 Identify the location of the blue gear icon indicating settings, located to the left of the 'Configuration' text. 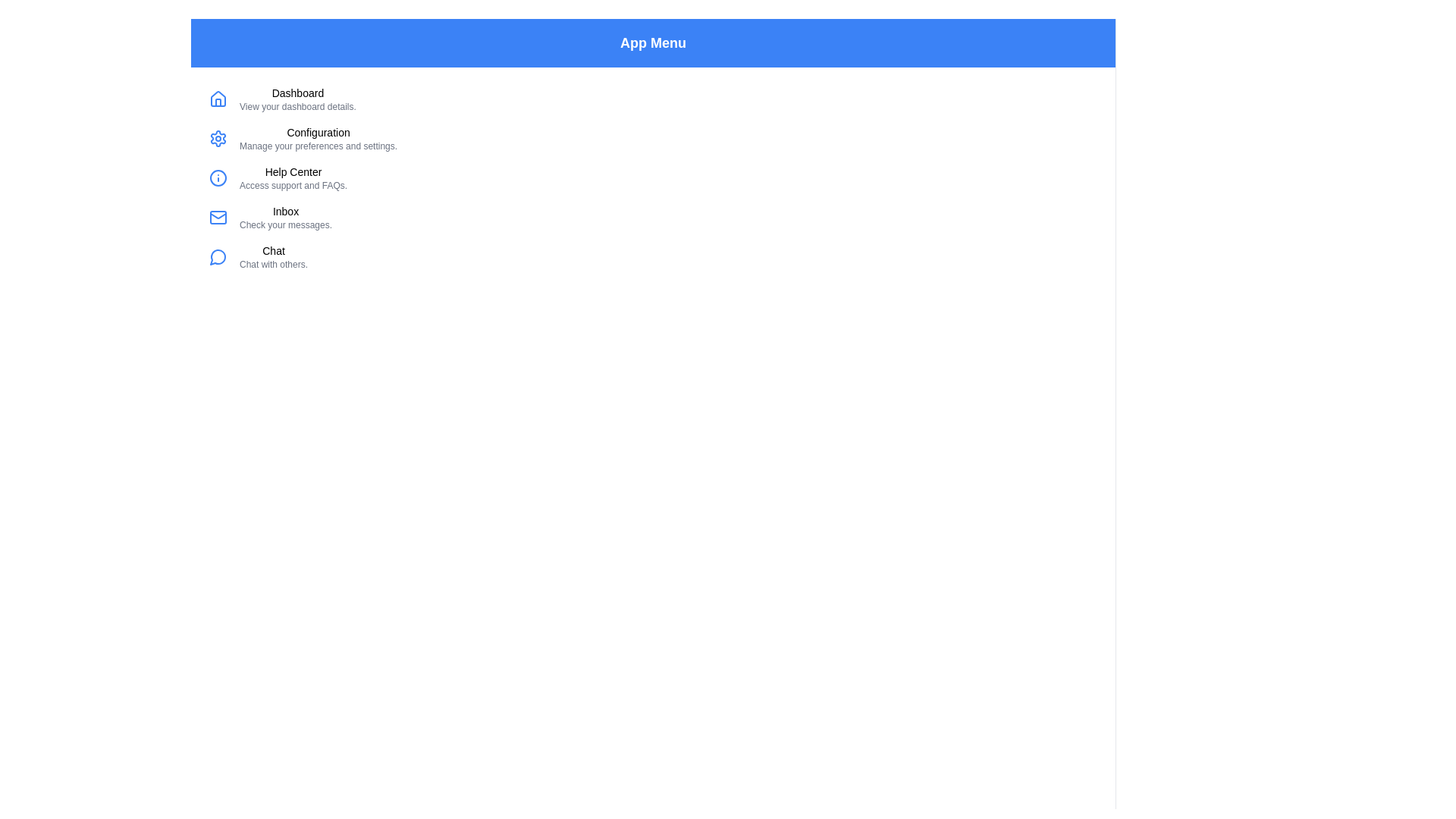
(218, 138).